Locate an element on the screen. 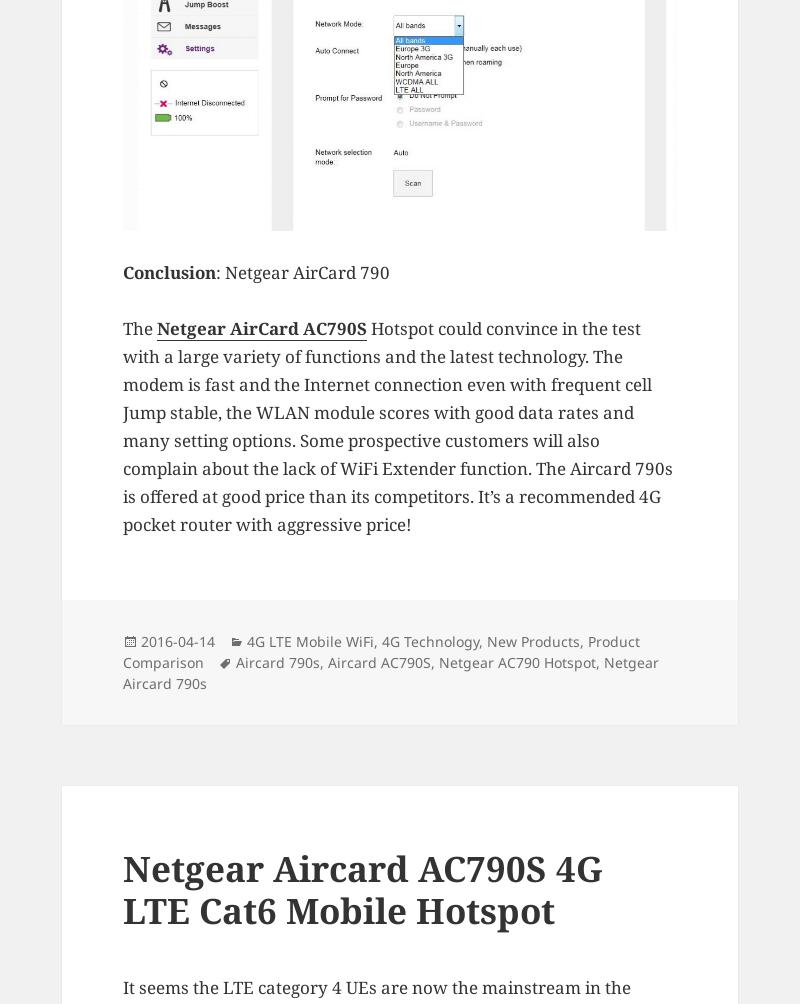 The height and width of the screenshot is (1004, 800). 'Product Comparison' is located at coordinates (380, 649).